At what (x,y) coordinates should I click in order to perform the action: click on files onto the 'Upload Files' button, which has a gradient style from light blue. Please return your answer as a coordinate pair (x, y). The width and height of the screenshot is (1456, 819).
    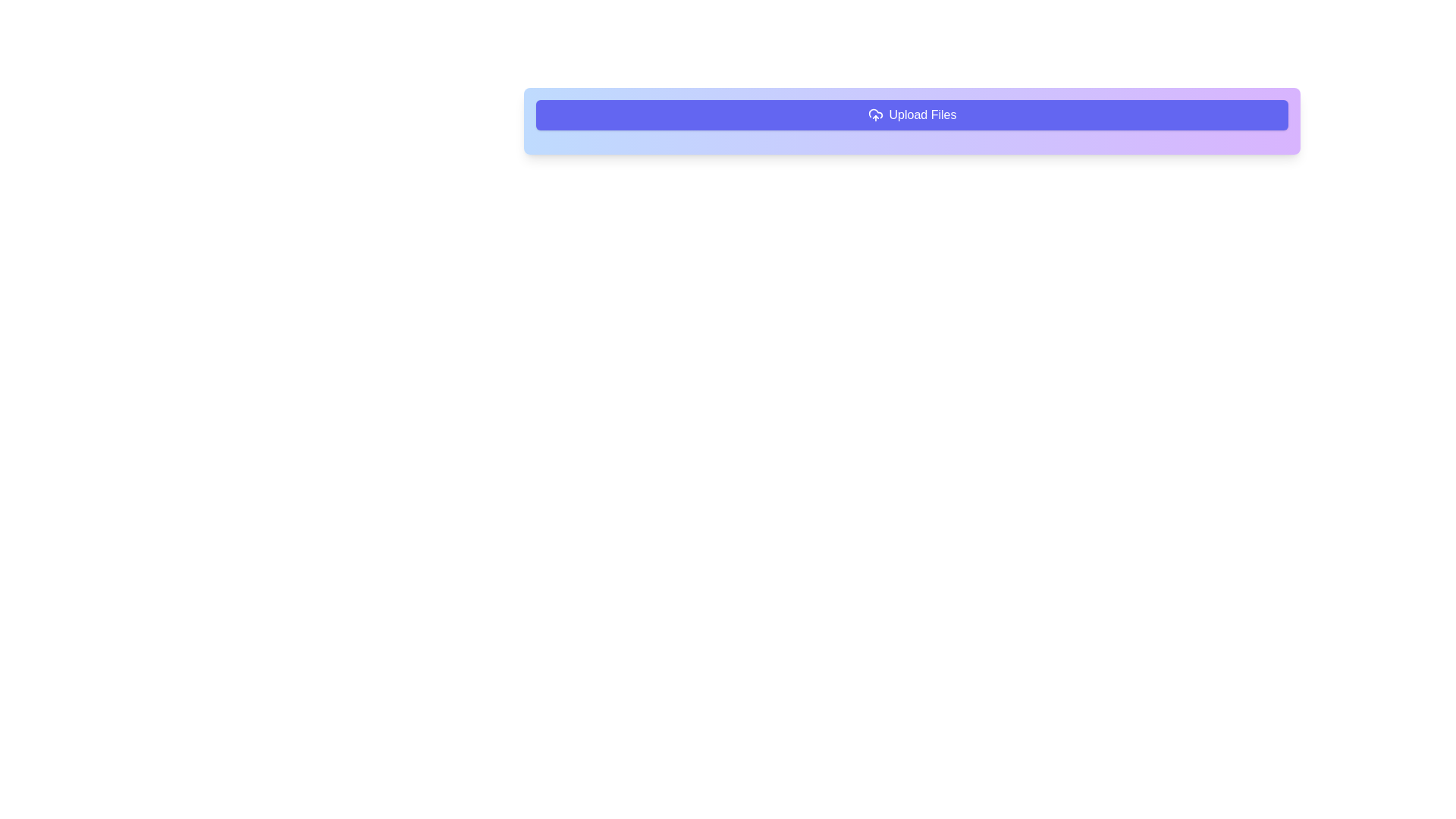
    Looking at the image, I should click on (912, 120).